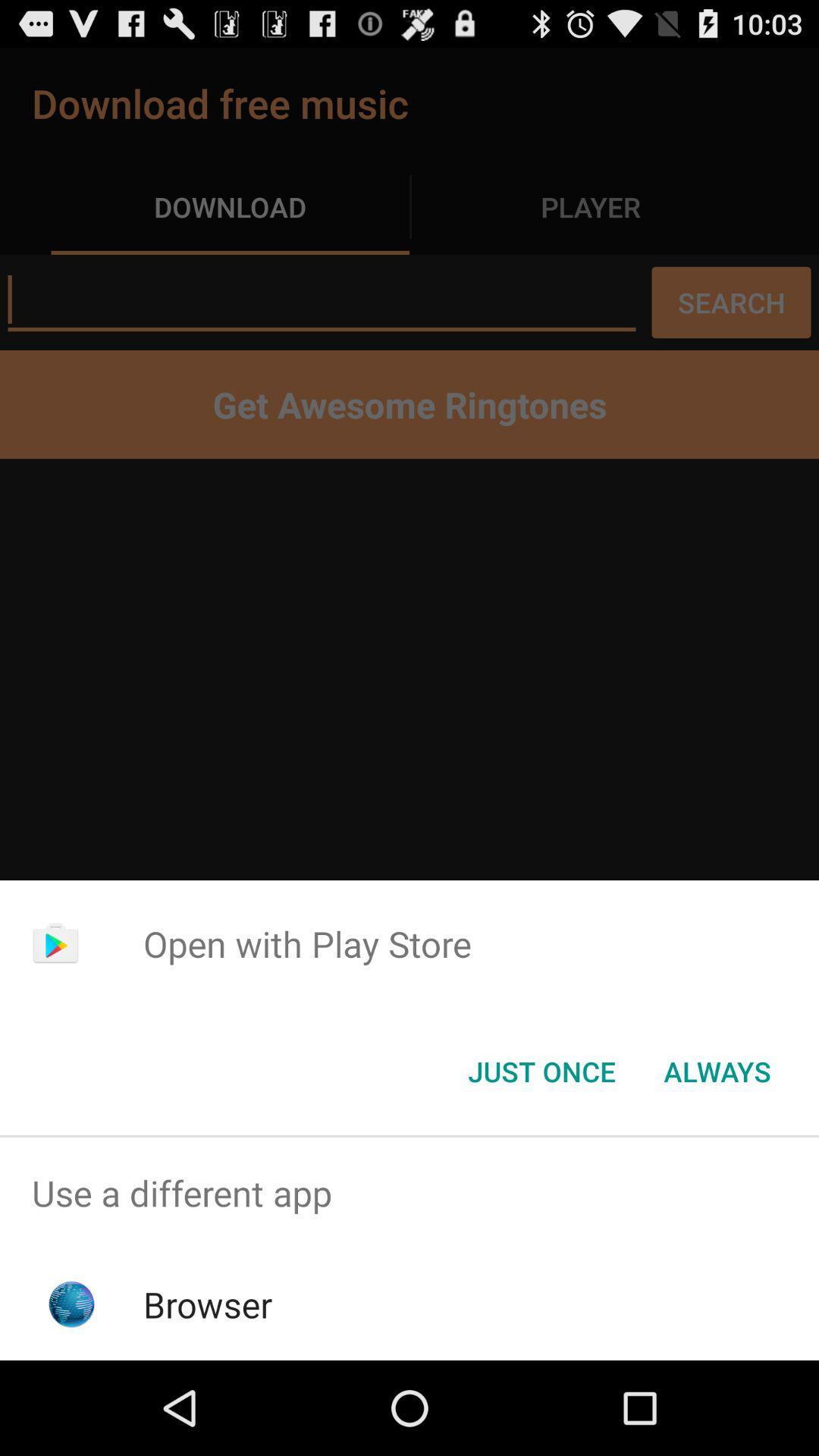  I want to click on the item below open with play icon, so click(541, 1070).